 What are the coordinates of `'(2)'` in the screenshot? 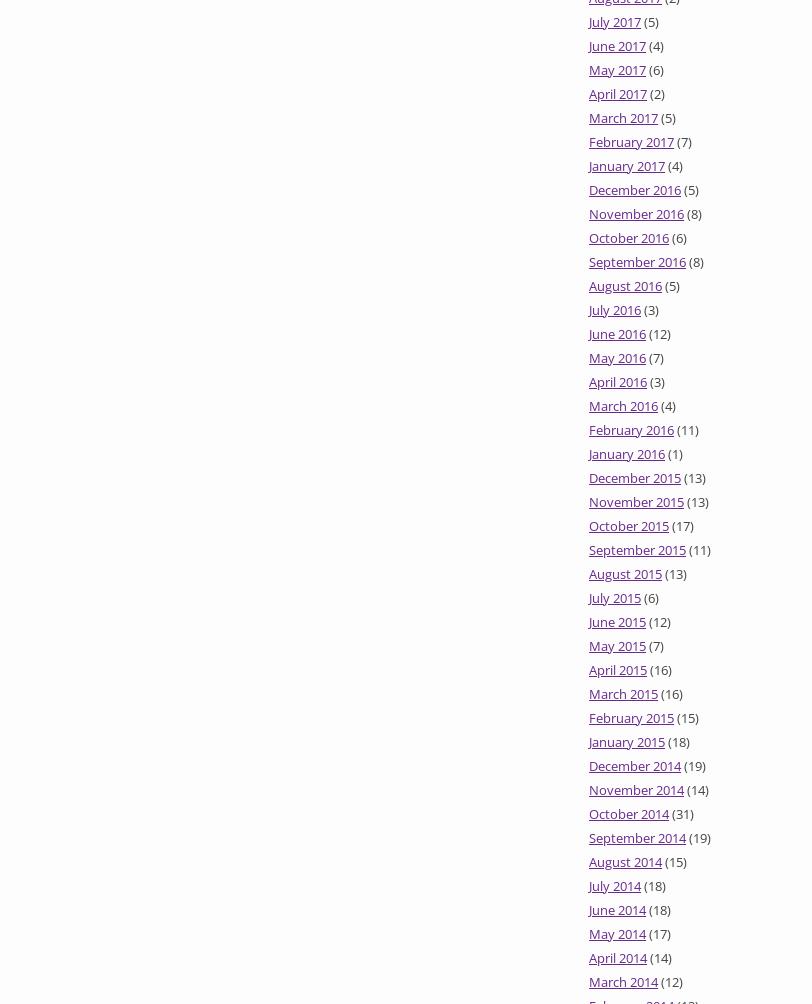 It's located at (647, 93).